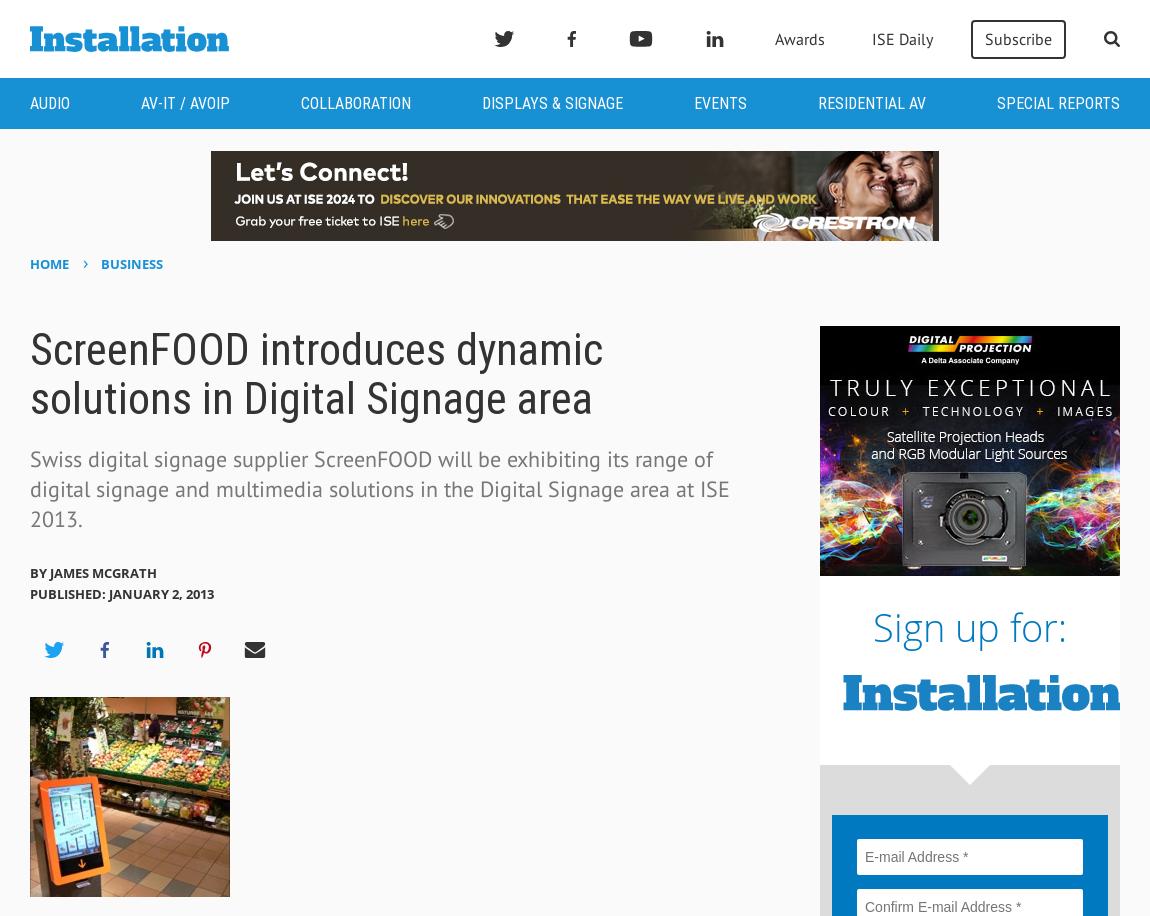 This screenshot has width=1150, height=916. What do you see at coordinates (1058, 102) in the screenshot?
I see `'Special Reports'` at bounding box center [1058, 102].